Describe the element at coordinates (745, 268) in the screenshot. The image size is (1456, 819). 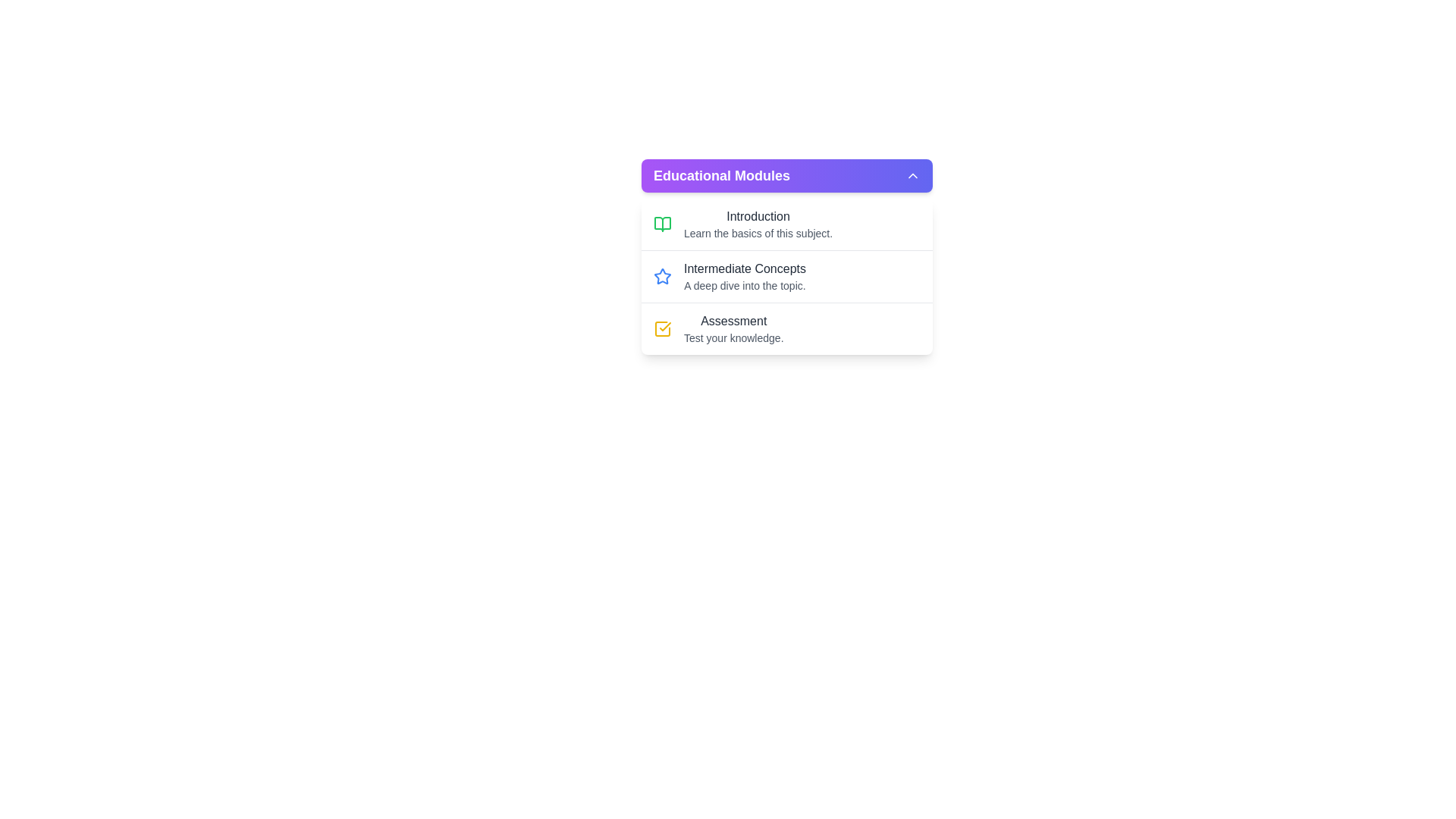
I see `the title text for the section labeled 'Intermediate Concepts', which is positioned above the text 'A deep dive into the topic.'` at that location.